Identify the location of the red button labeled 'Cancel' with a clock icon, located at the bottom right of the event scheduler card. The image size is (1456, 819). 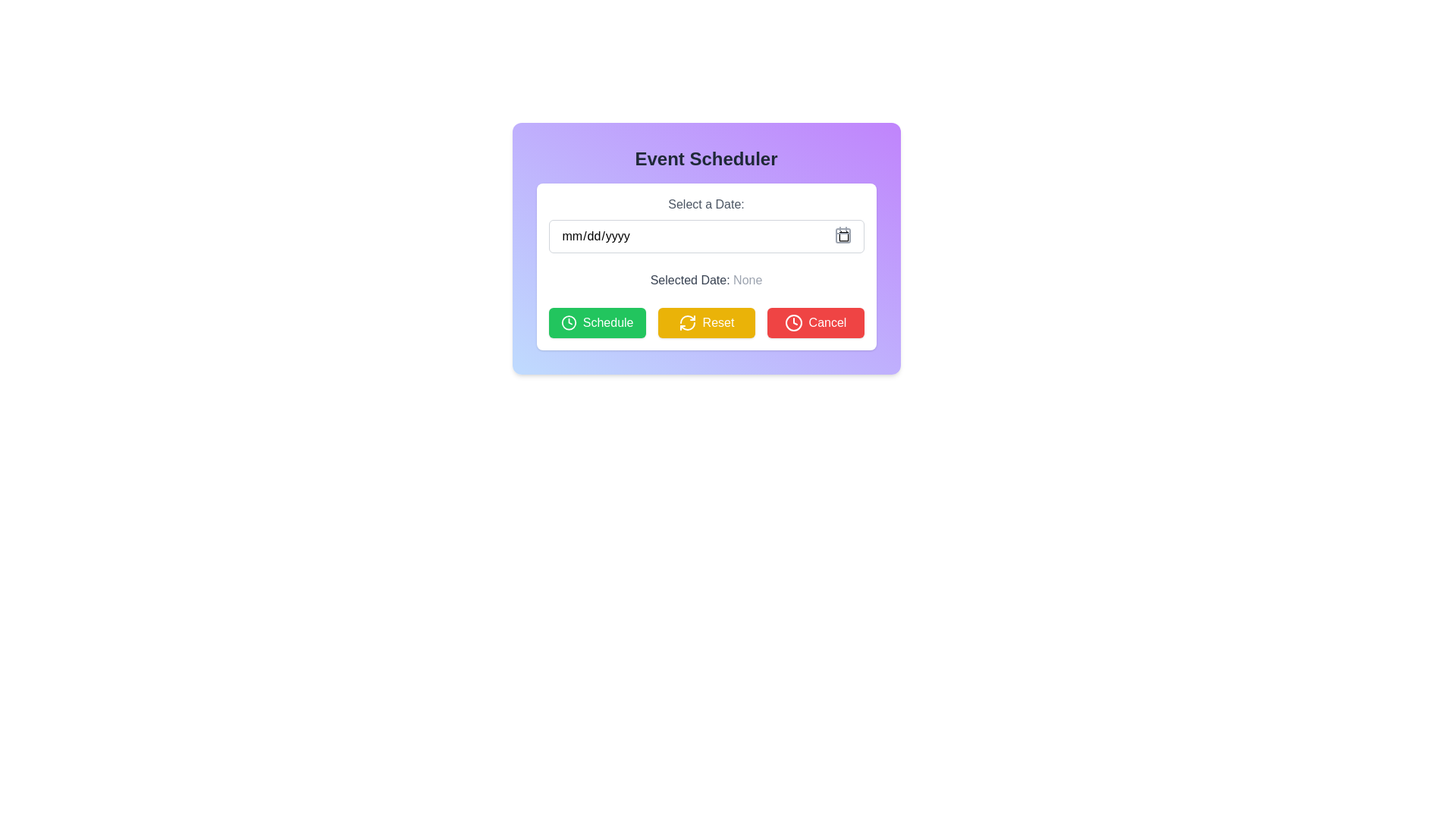
(814, 322).